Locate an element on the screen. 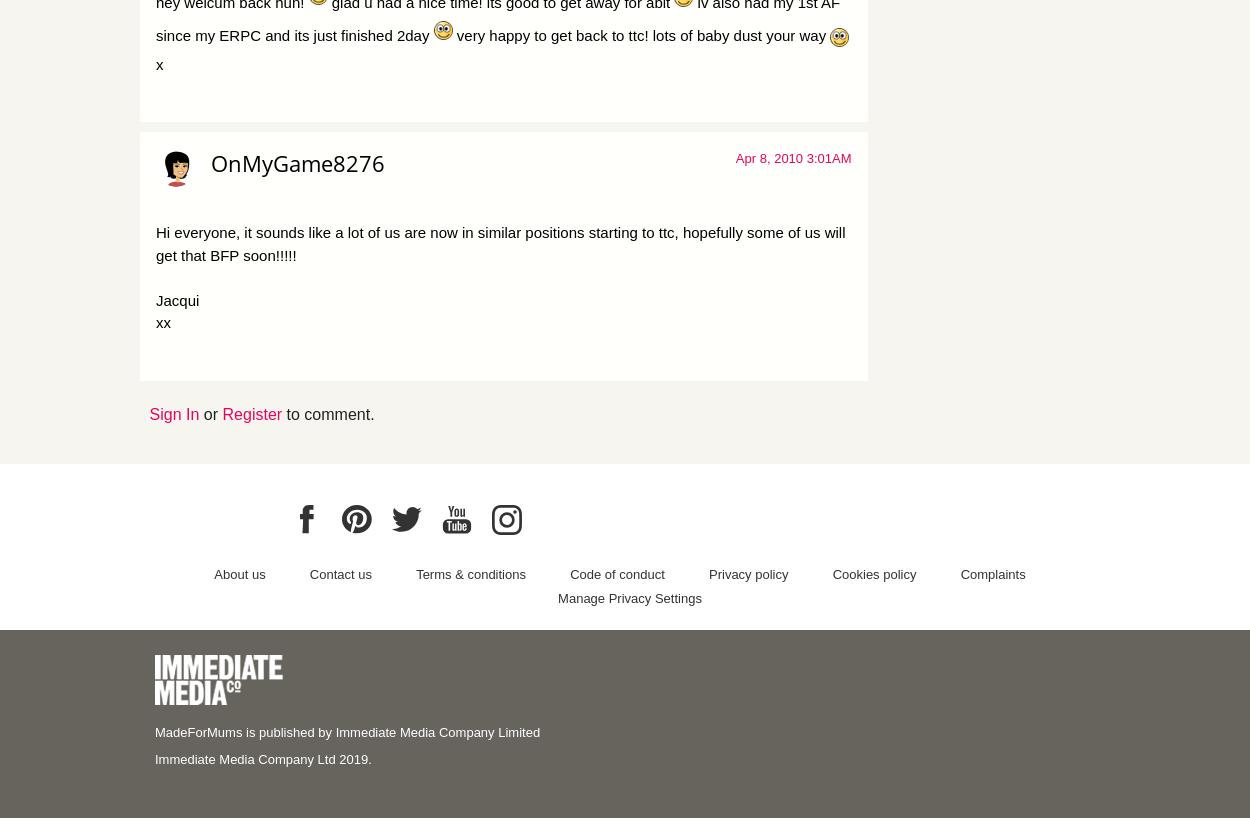 The image size is (1250, 818). 'Terms & conditions' is located at coordinates (469, 572).